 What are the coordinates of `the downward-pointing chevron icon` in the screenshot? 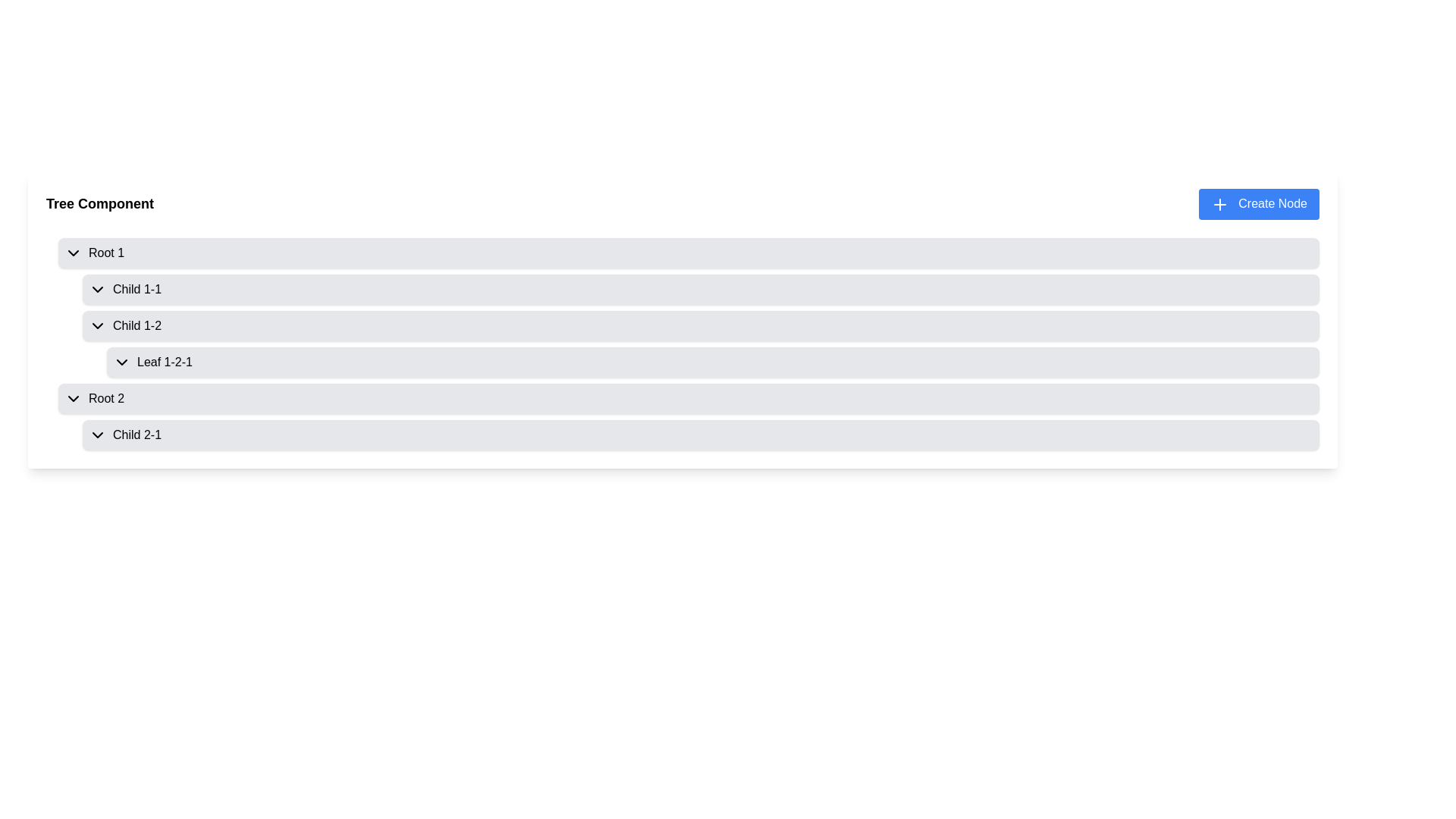 It's located at (72, 397).